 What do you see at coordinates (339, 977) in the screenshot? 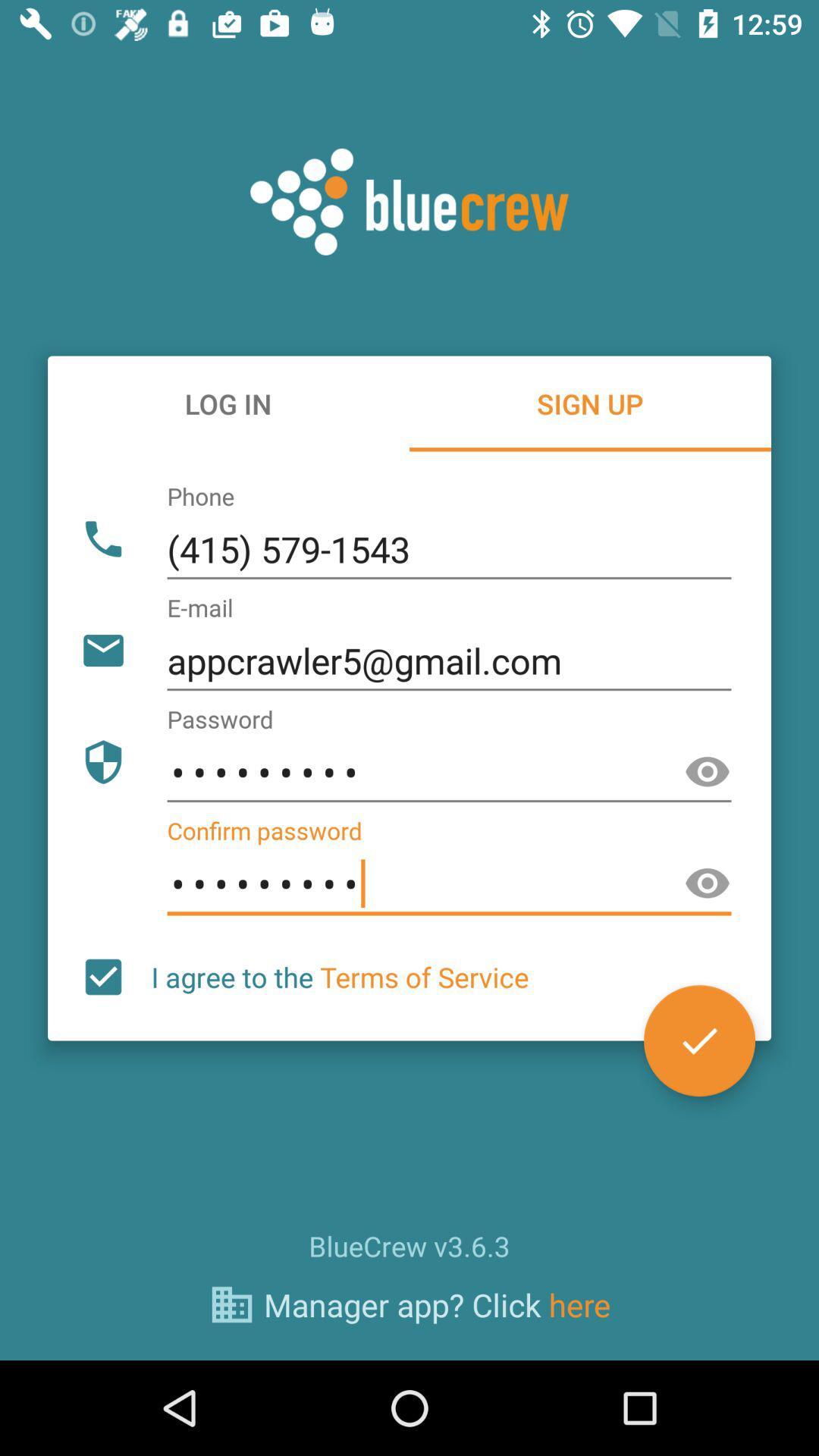
I see `i agree to icon` at bounding box center [339, 977].